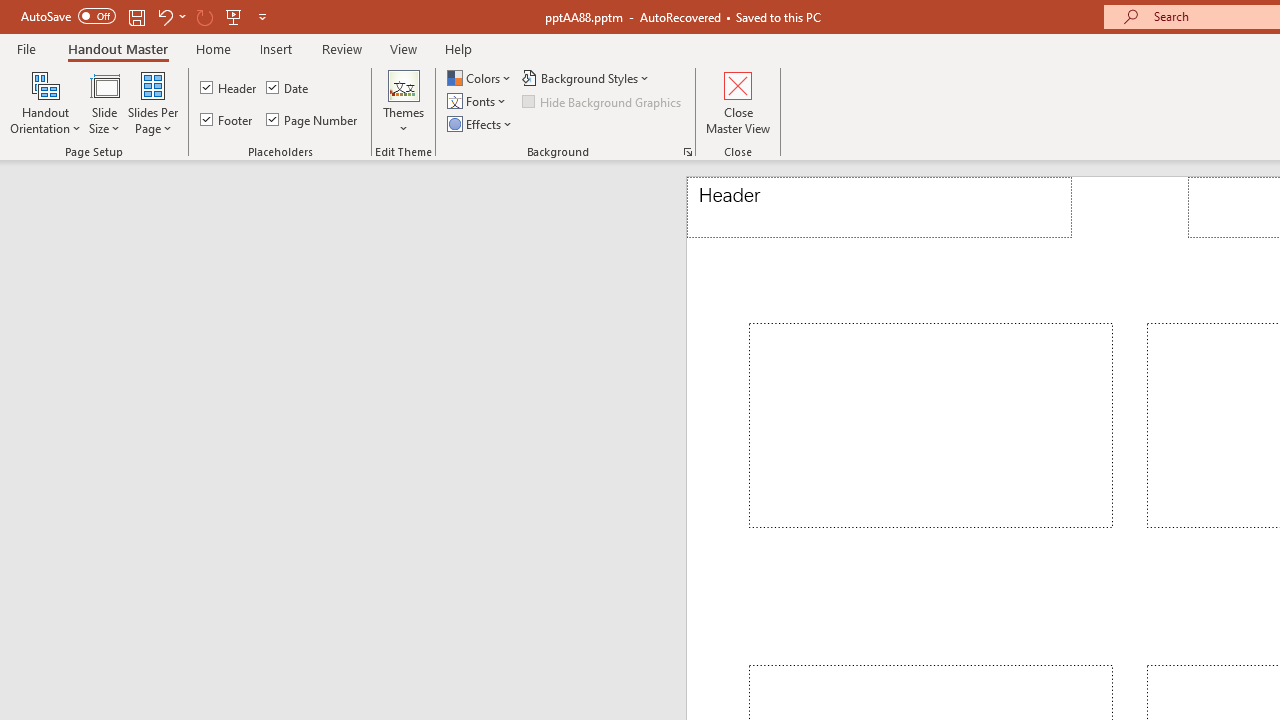 The width and height of the screenshot is (1280, 720). Describe the element at coordinates (585, 77) in the screenshot. I see `'Background Styles'` at that location.